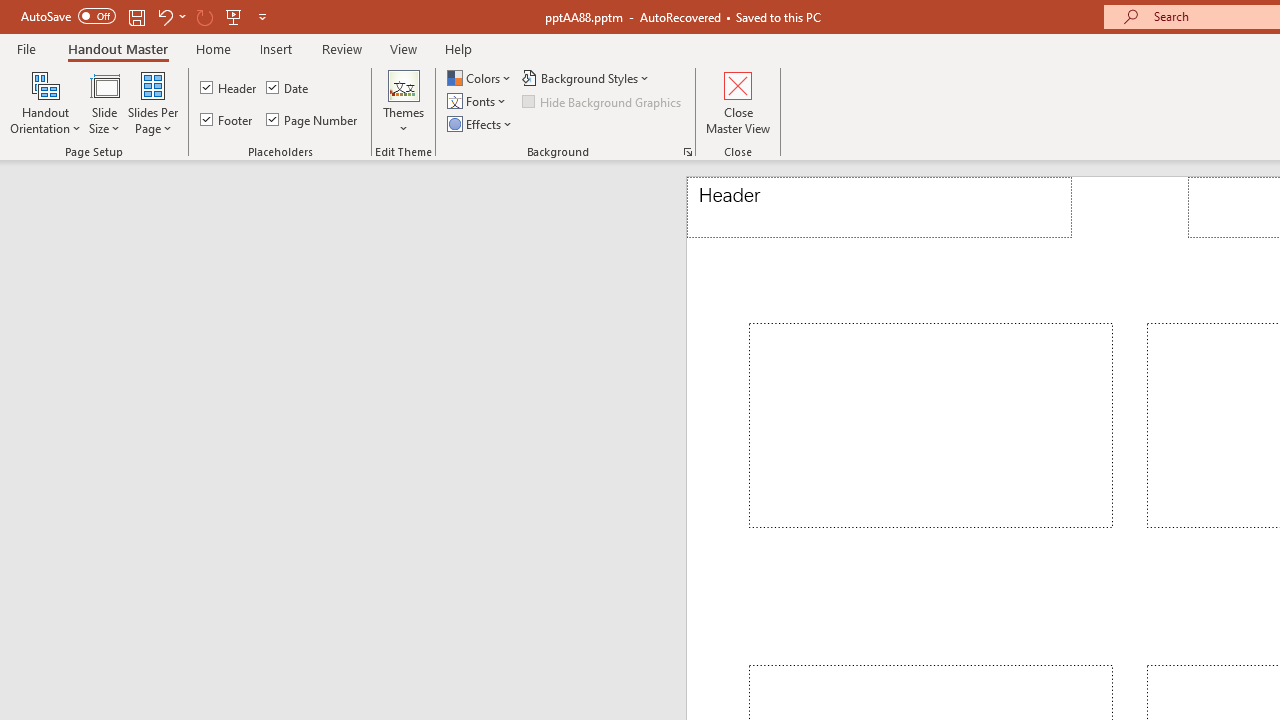 The width and height of the screenshot is (1280, 720). Describe the element at coordinates (585, 77) in the screenshot. I see `'Background Styles'` at that location.